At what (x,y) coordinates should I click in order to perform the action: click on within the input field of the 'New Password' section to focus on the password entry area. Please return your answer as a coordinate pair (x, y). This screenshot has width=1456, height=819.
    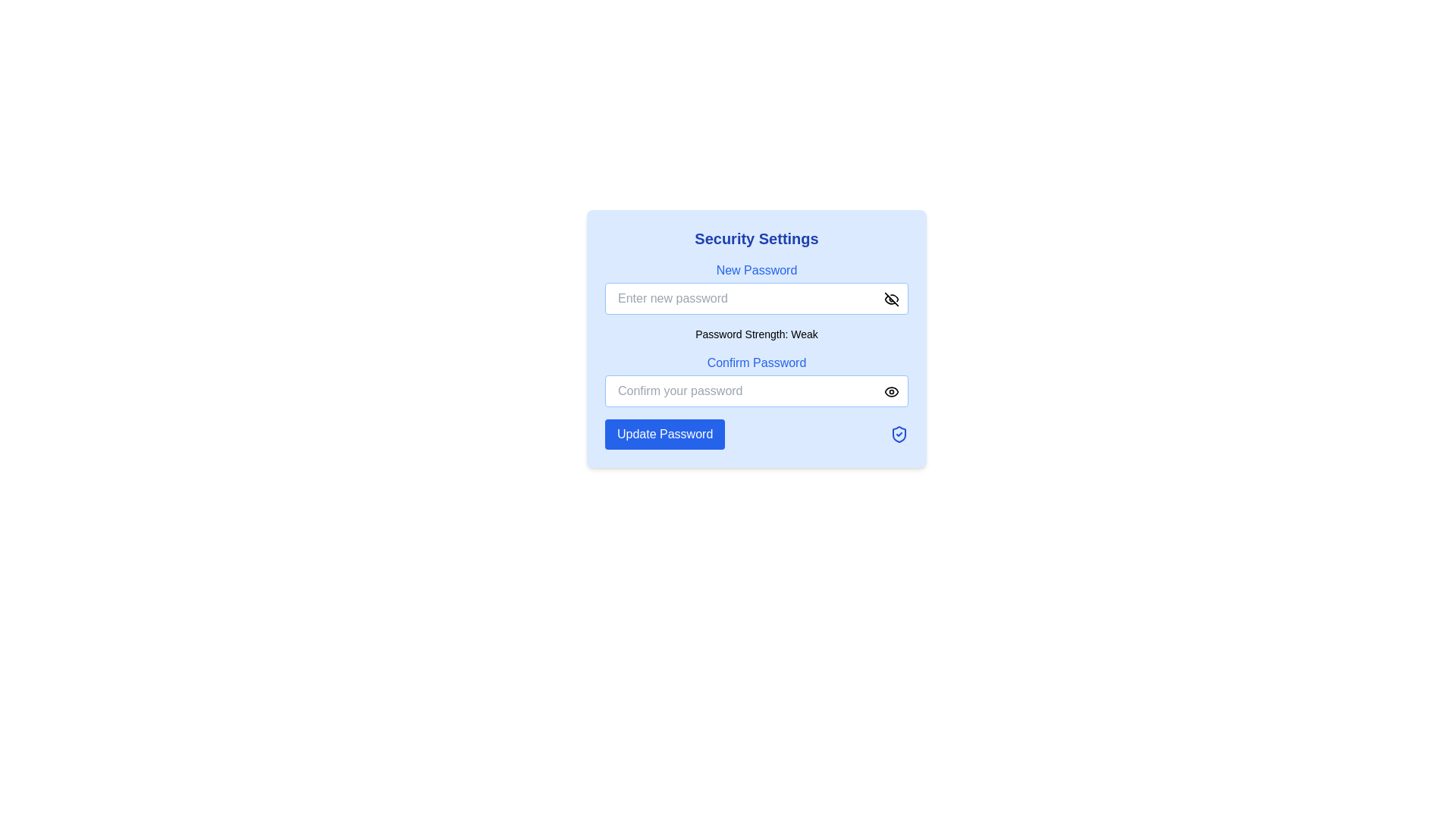
    Looking at the image, I should click on (757, 298).